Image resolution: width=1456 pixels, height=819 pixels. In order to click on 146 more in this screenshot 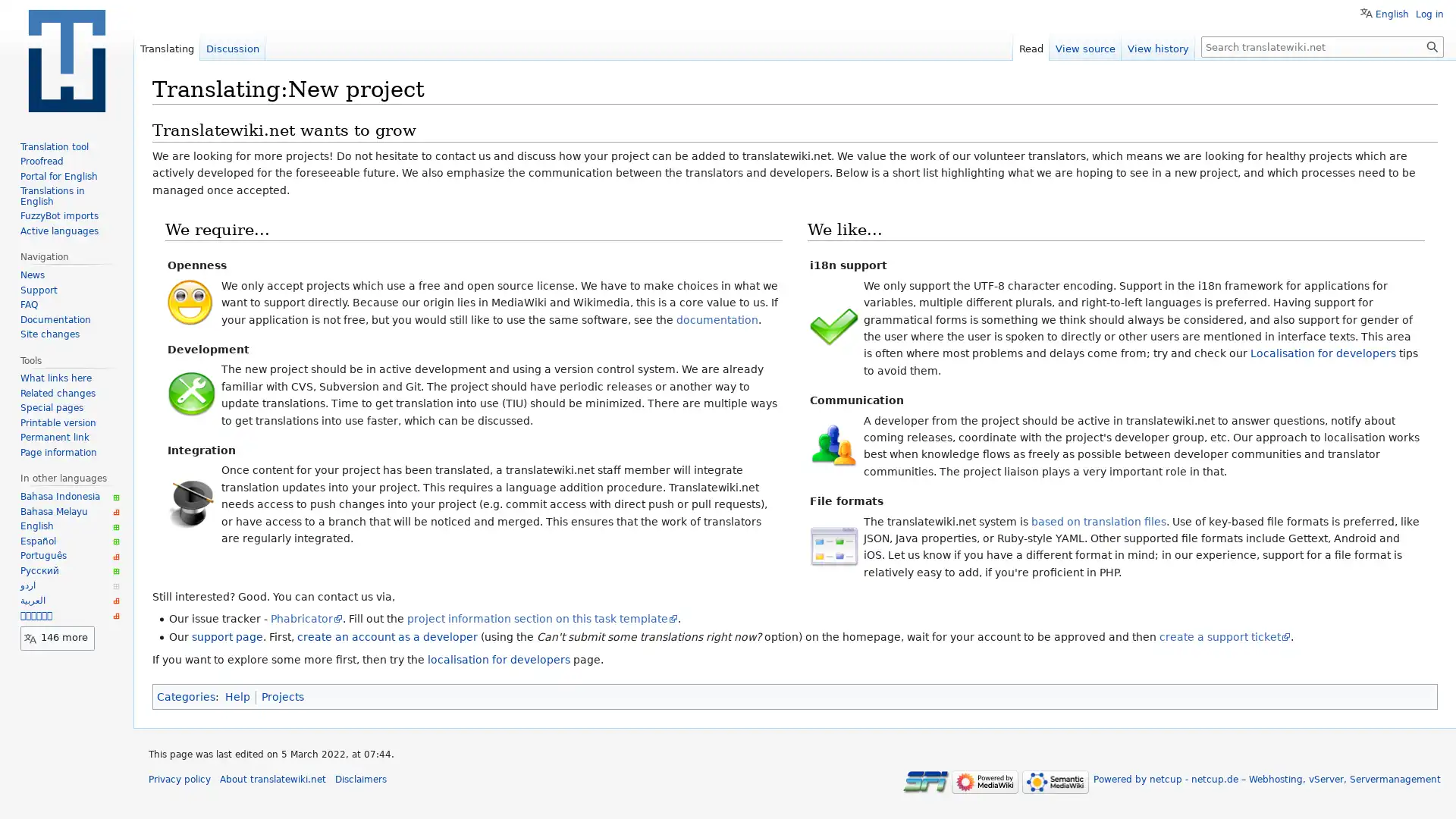, I will do `click(58, 637)`.